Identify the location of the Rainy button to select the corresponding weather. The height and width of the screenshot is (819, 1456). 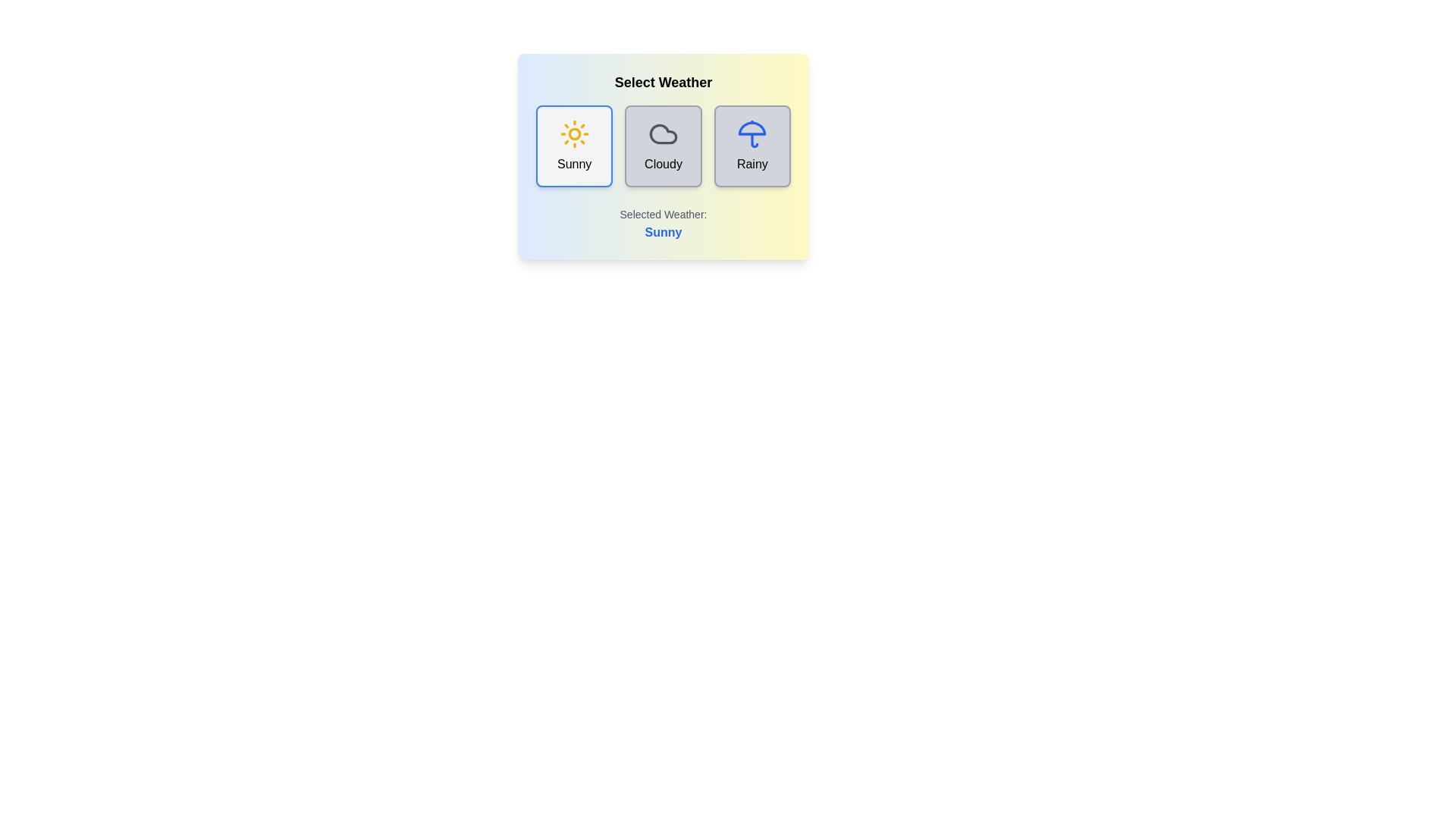
(752, 146).